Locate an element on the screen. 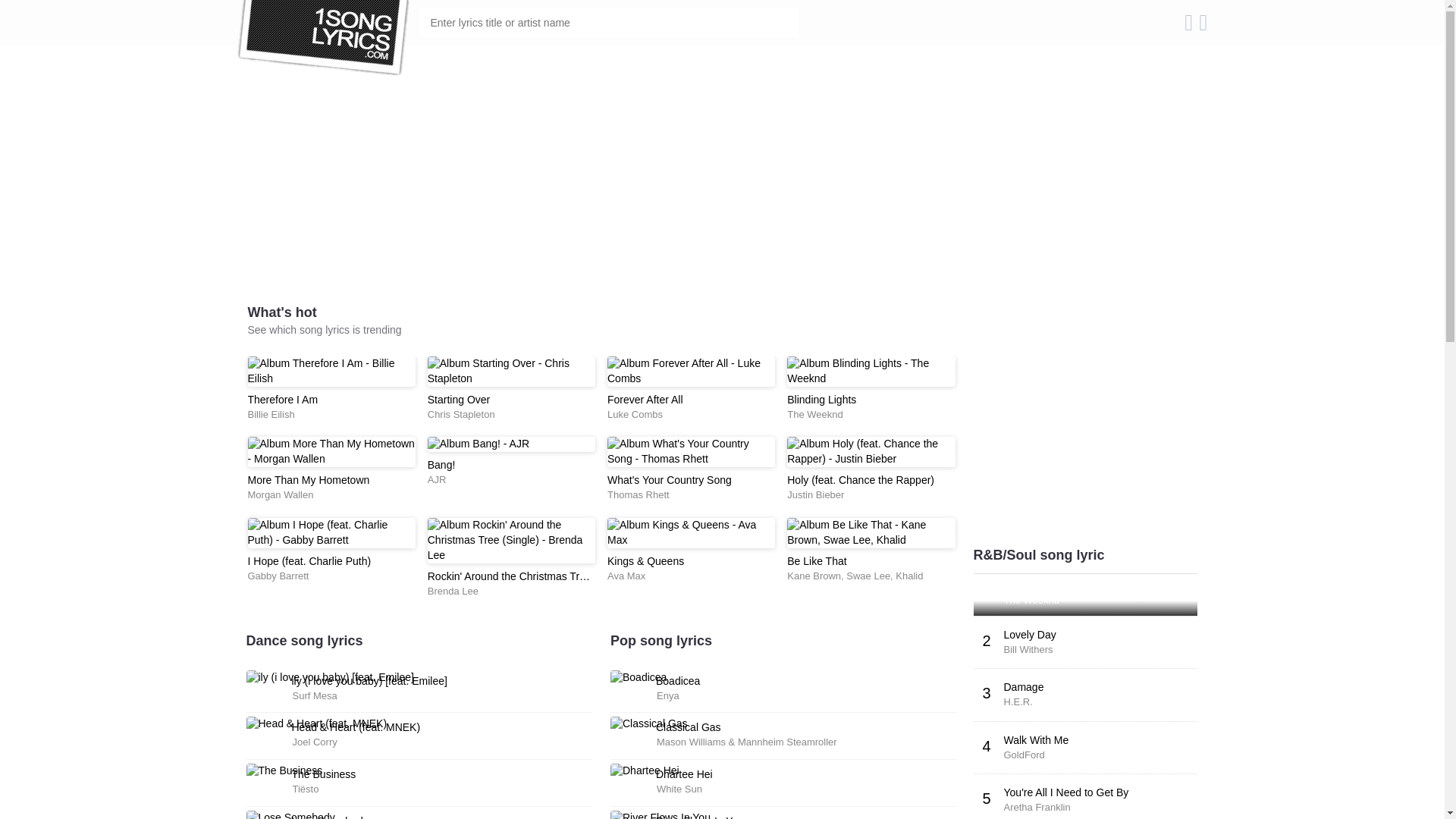 This screenshot has width=1456, height=819. 'The Business' is located at coordinates (291, 774).